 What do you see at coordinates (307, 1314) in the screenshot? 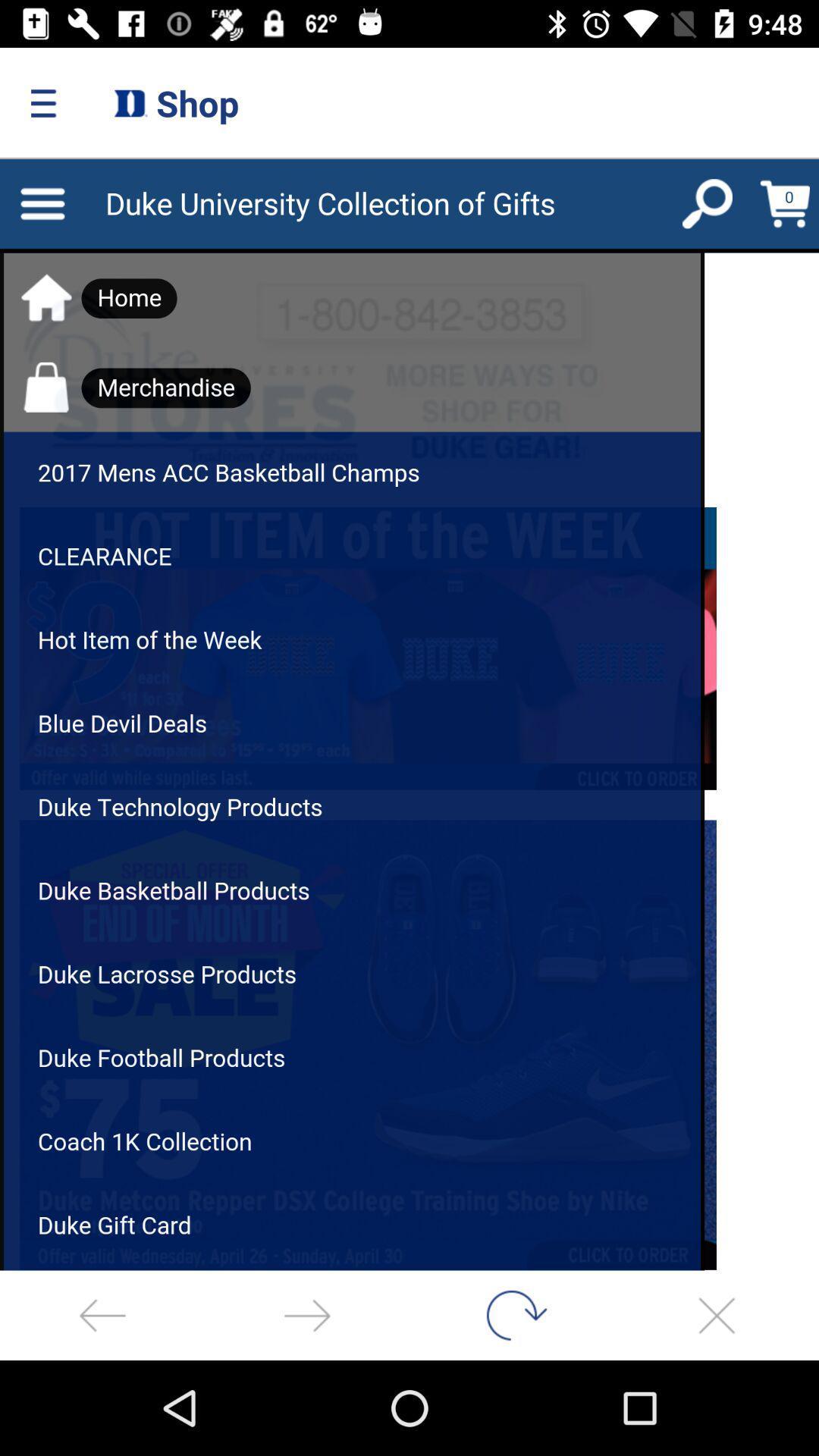
I see `next button` at bounding box center [307, 1314].